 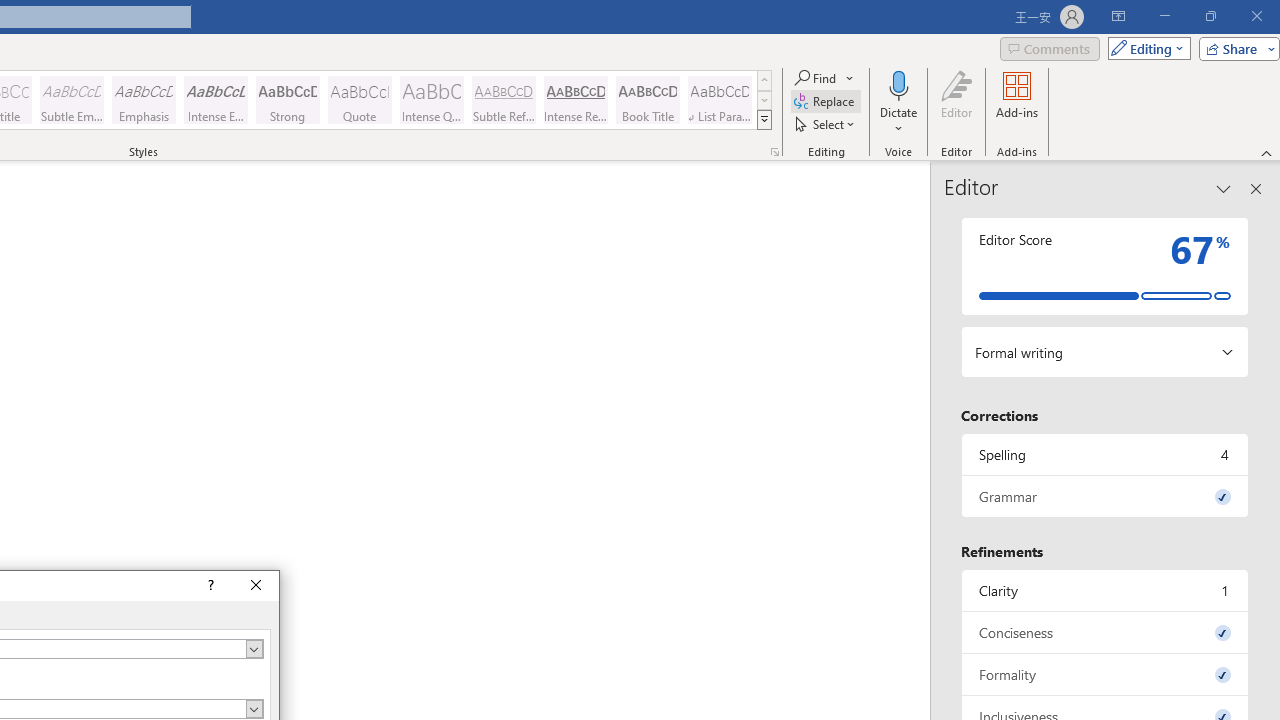 What do you see at coordinates (1104, 632) in the screenshot?
I see `'Conciseness, 0 issues. Press space or enter to review items.'` at bounding box center [1104, 632].